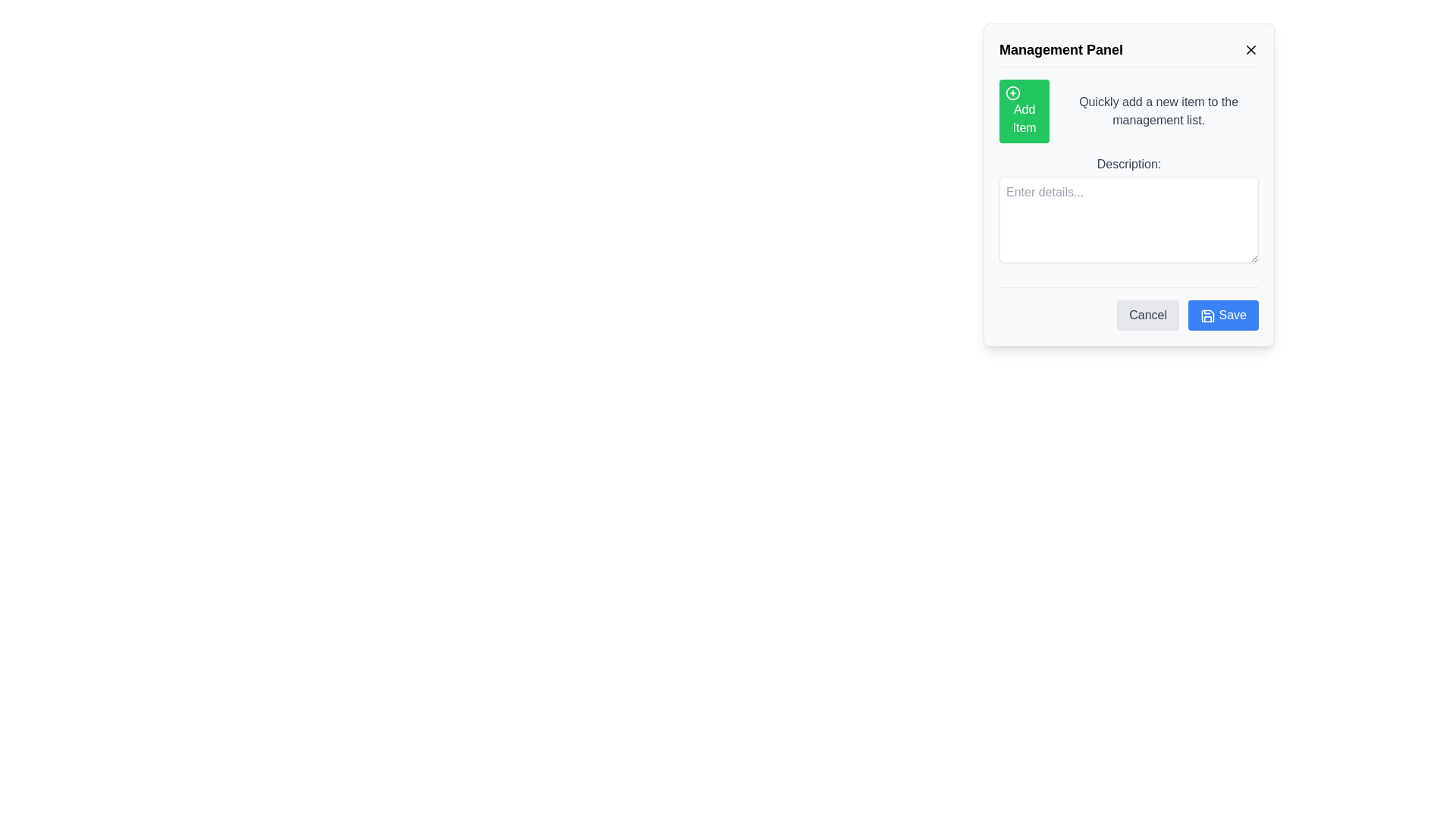 Image resolution: width=1456 pixels, height=819 pixels. I want to click on the 'Management Panel' text header, so click(1037, 45).